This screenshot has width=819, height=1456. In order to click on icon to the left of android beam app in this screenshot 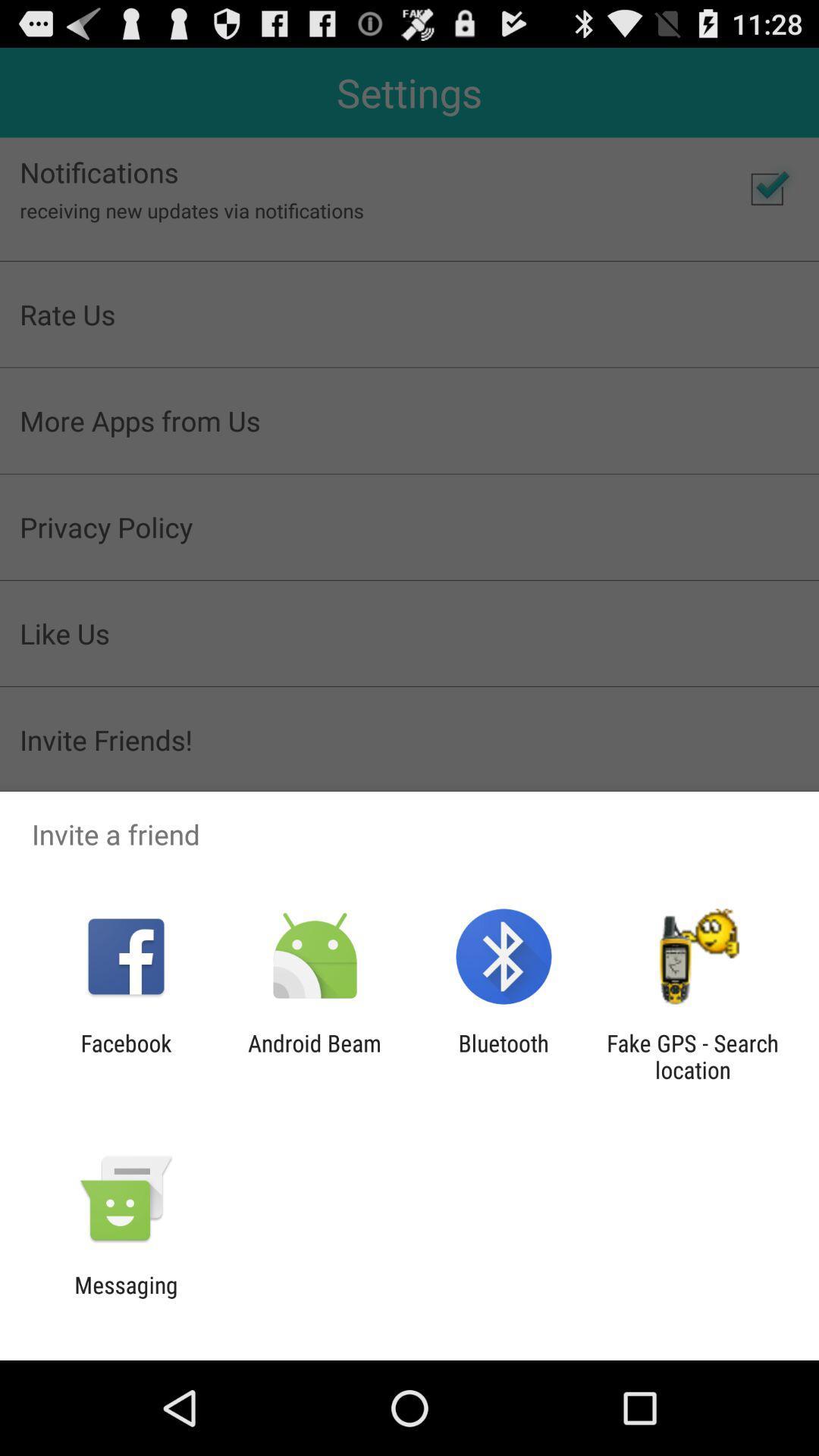, I will do `click(125, 1056)`.